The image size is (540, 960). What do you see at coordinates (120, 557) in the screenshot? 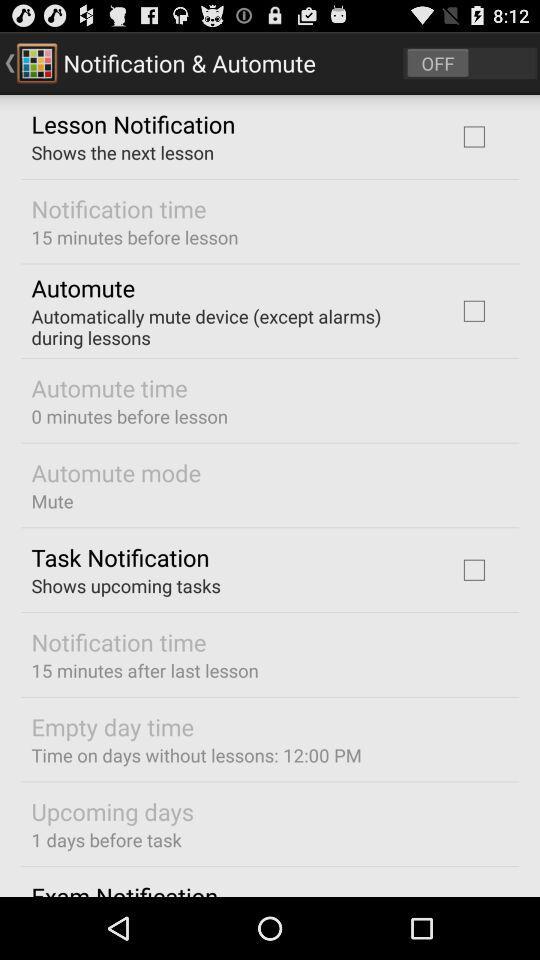
I see `the app above shows upcoming tasks item` at bounding box center [120, 557].